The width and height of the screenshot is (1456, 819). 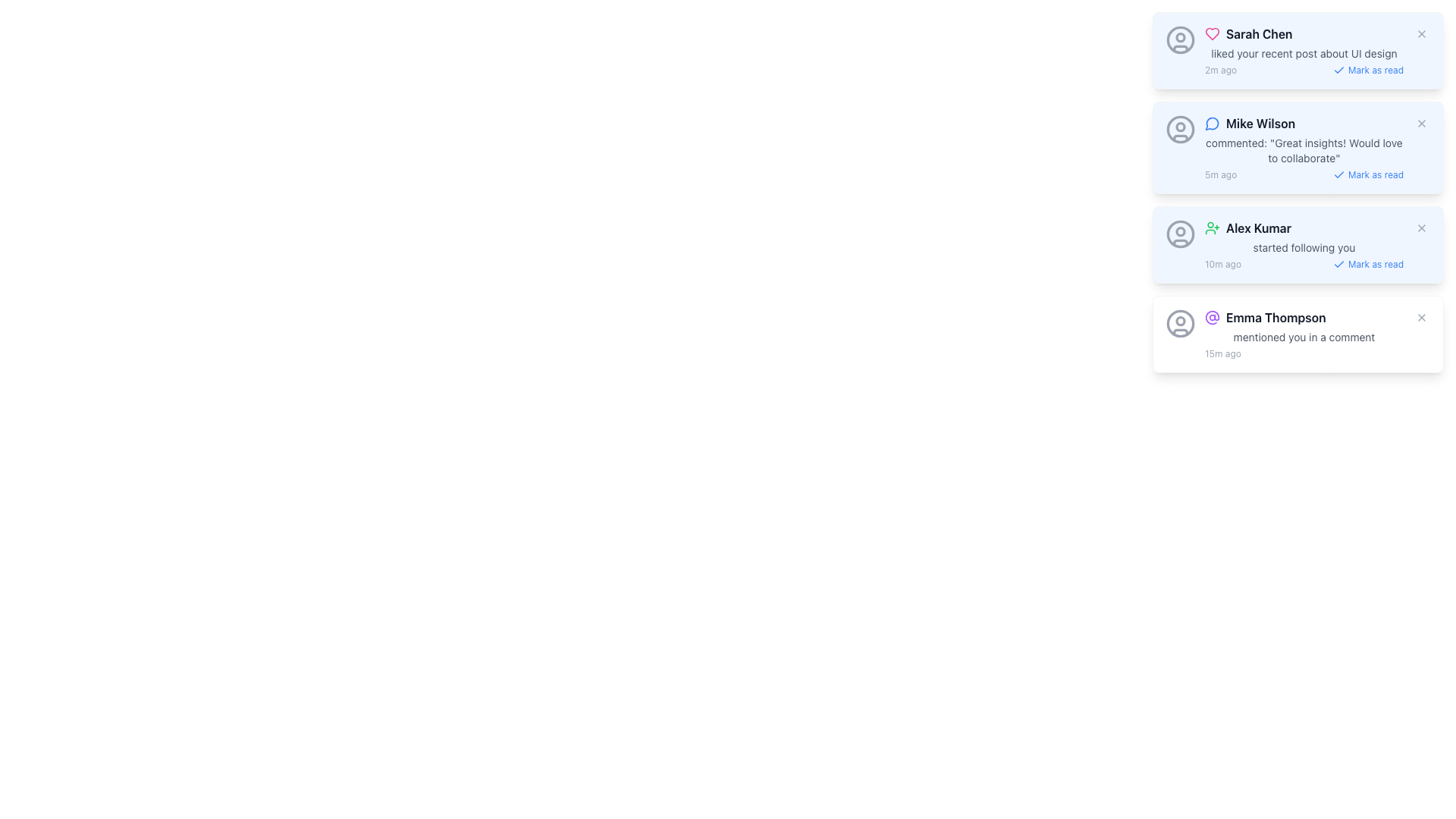 What do you see at coordinates (1260, 122) in the screenshot?
I see `the text label displaying the name 'Mike Wilson' located inside a notification card, positioned second from the top in a vertical list of similar cards, to the right of a speech bubble icon` at bounding box center [1260, 122].